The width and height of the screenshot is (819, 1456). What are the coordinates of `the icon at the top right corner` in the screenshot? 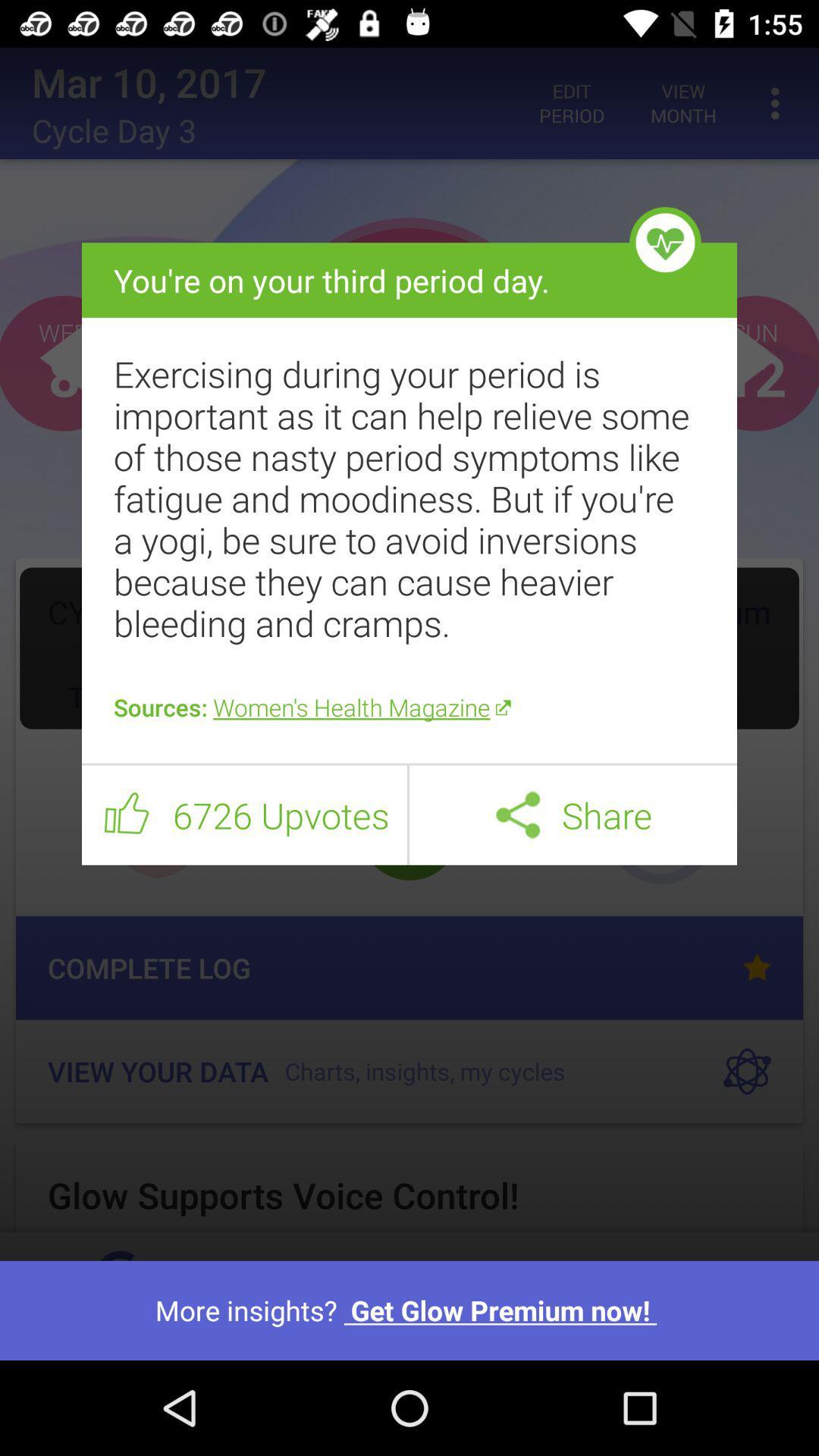 It's located at (664, 243).